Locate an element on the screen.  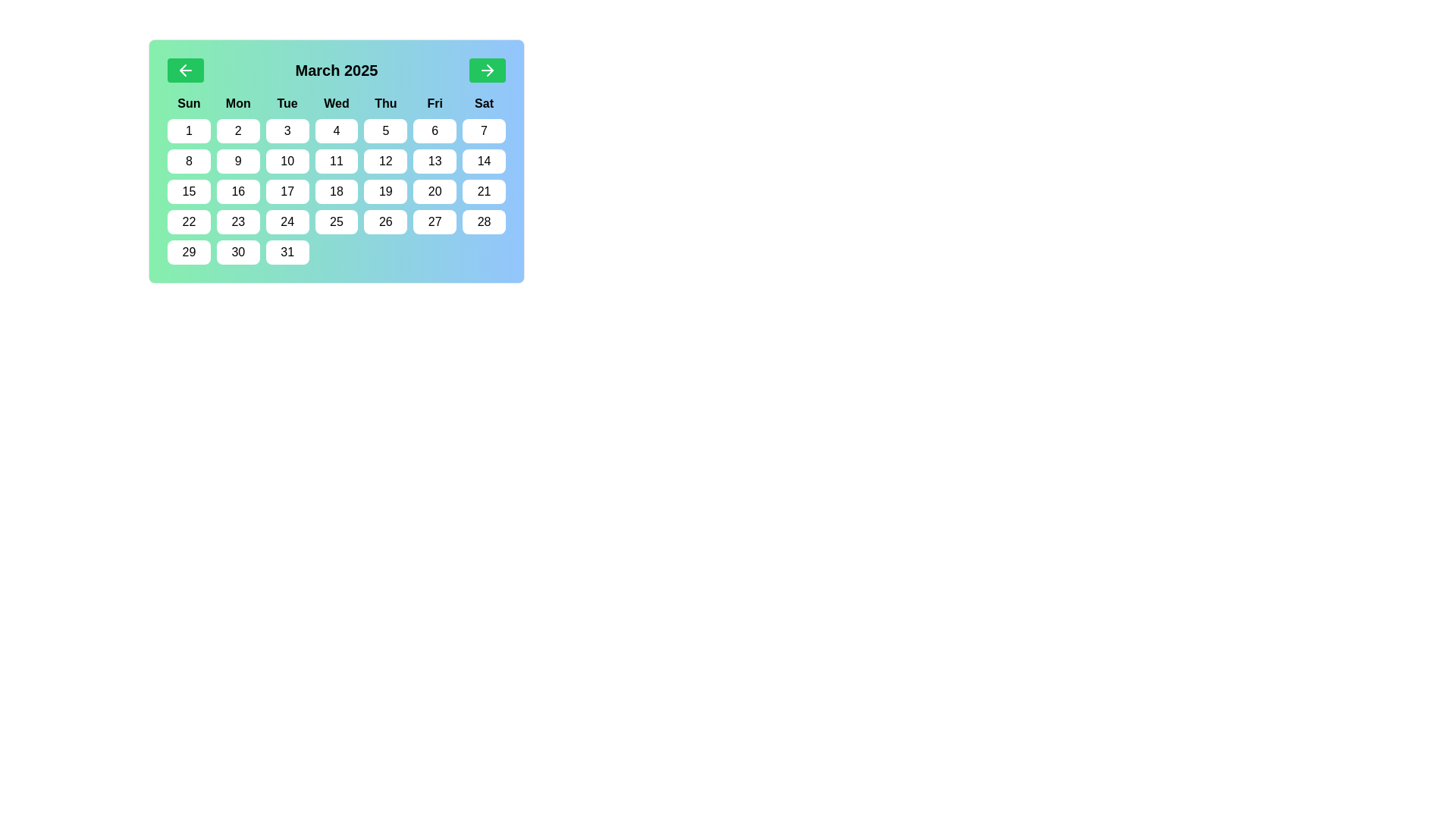
the right-pointing arrow icon within the green rectangular button, which is located in the calendar header is located at coordinates (488, 70).